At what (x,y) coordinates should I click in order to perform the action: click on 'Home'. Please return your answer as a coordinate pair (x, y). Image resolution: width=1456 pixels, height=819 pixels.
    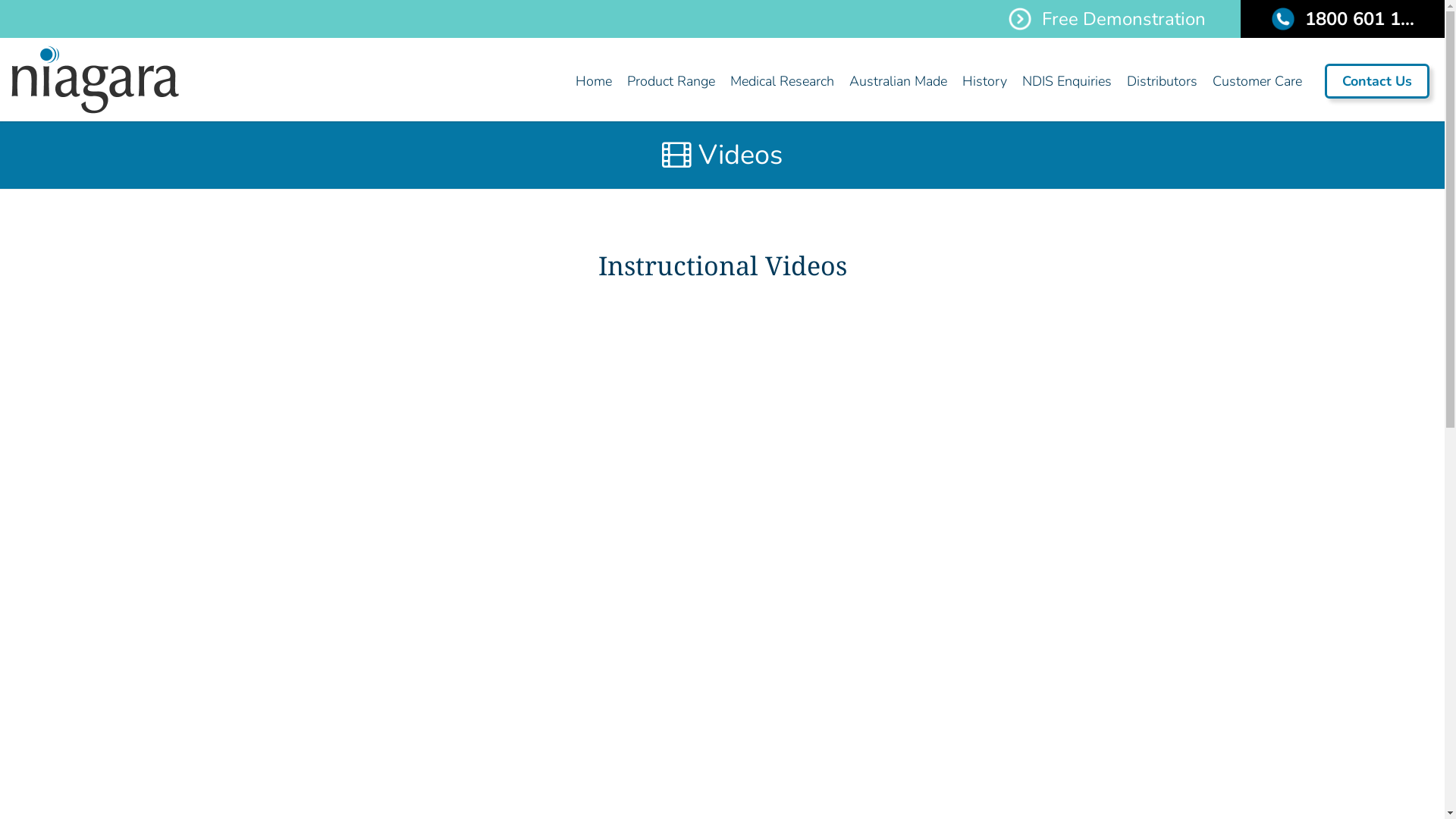
    Looking at the image, I should click on (592, 81).